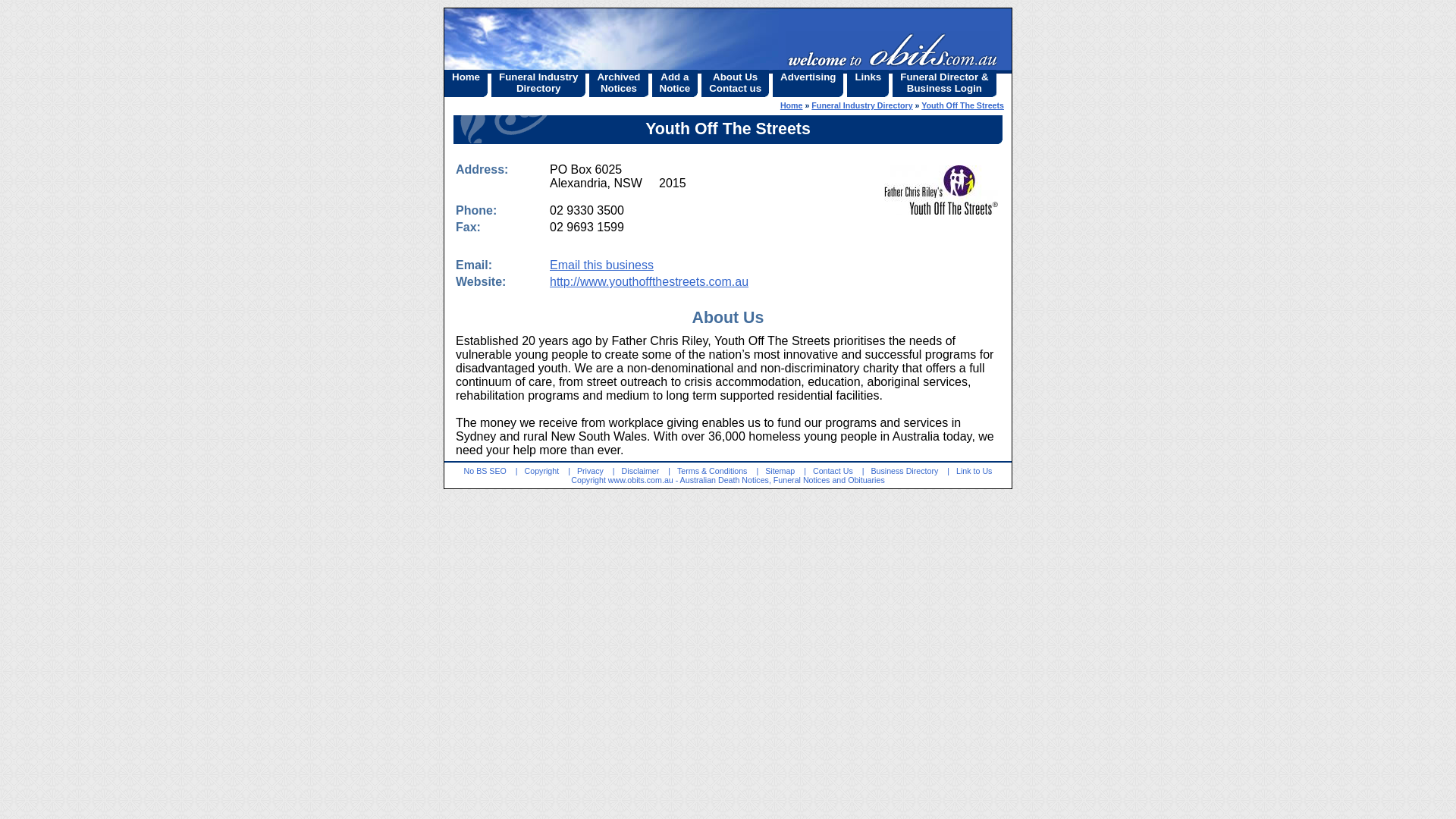  What do you see at coordinates (674, 83) in the screenshot?
I see `'Add a` at bounding box center [674, 83].